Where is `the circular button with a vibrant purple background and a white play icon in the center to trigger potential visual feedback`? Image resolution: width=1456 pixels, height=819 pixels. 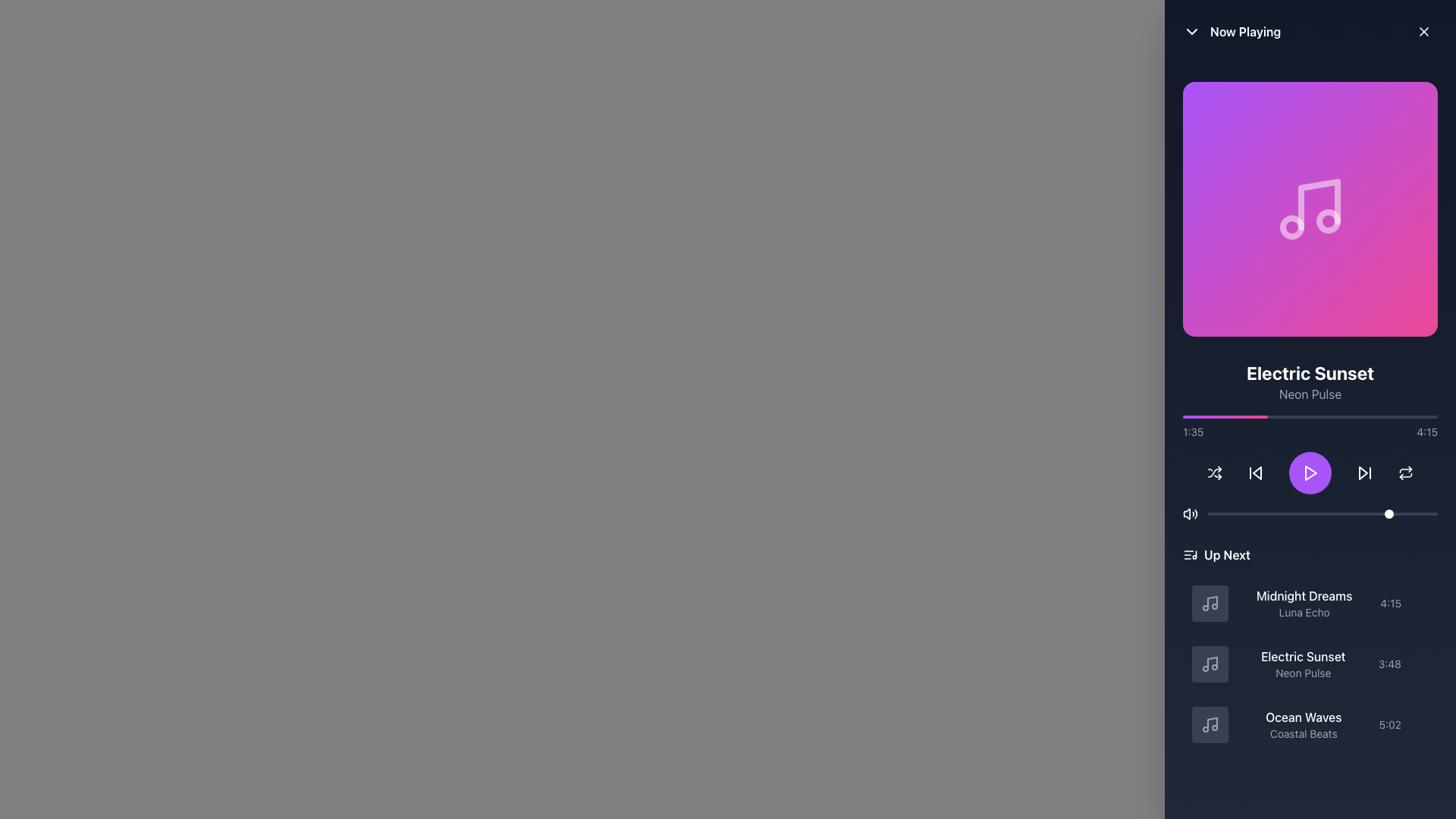
the circular button with a vibrant purple background and a white play icon in the center to trigger potential visual feedback is located at coordinates (1310, 472).